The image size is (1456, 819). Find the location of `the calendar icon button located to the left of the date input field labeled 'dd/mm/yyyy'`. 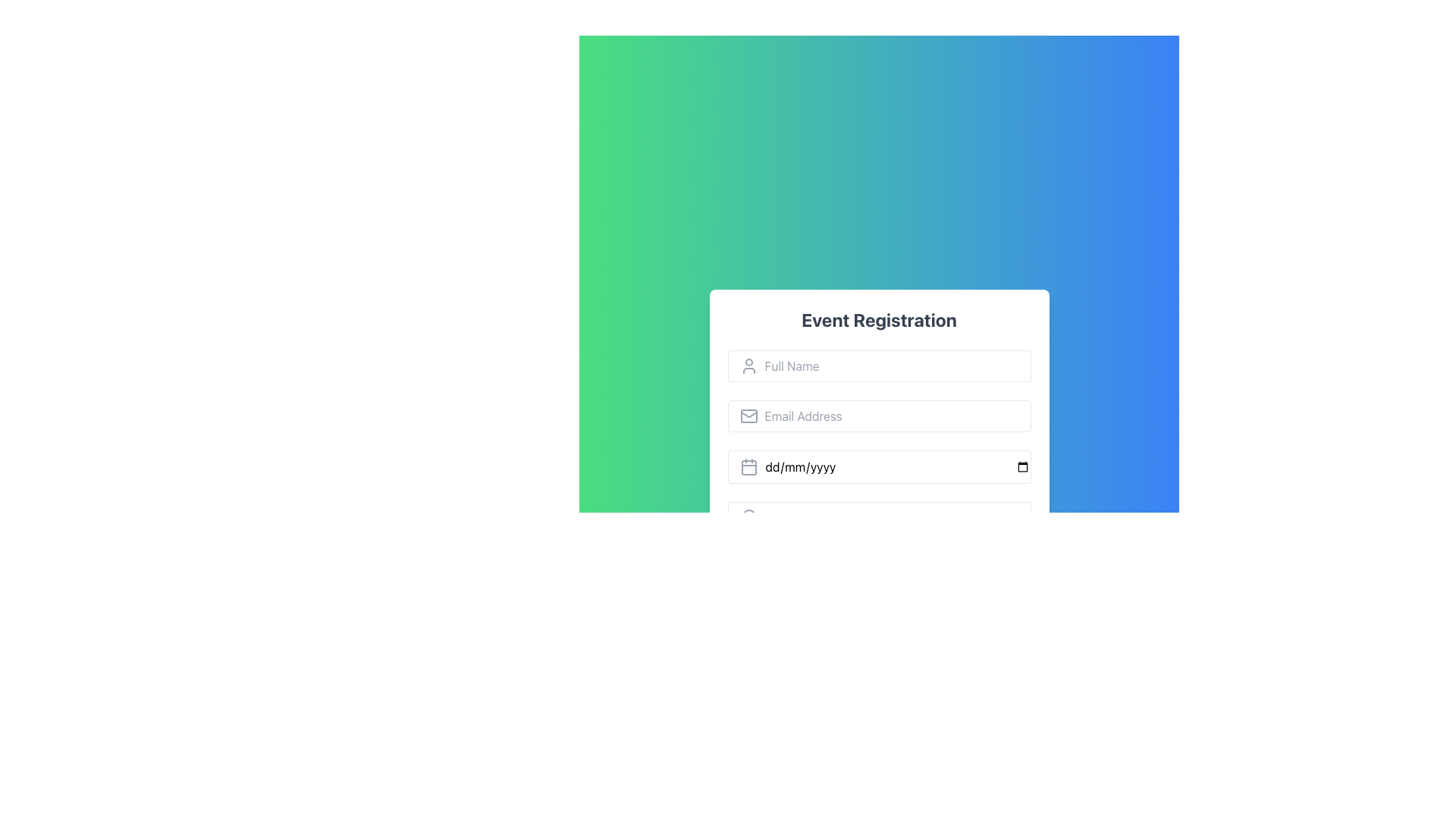

the calendar icon button located to the left of the date input field labeled 'dd/mm/yyyy' is located at coordinates (748, 466).